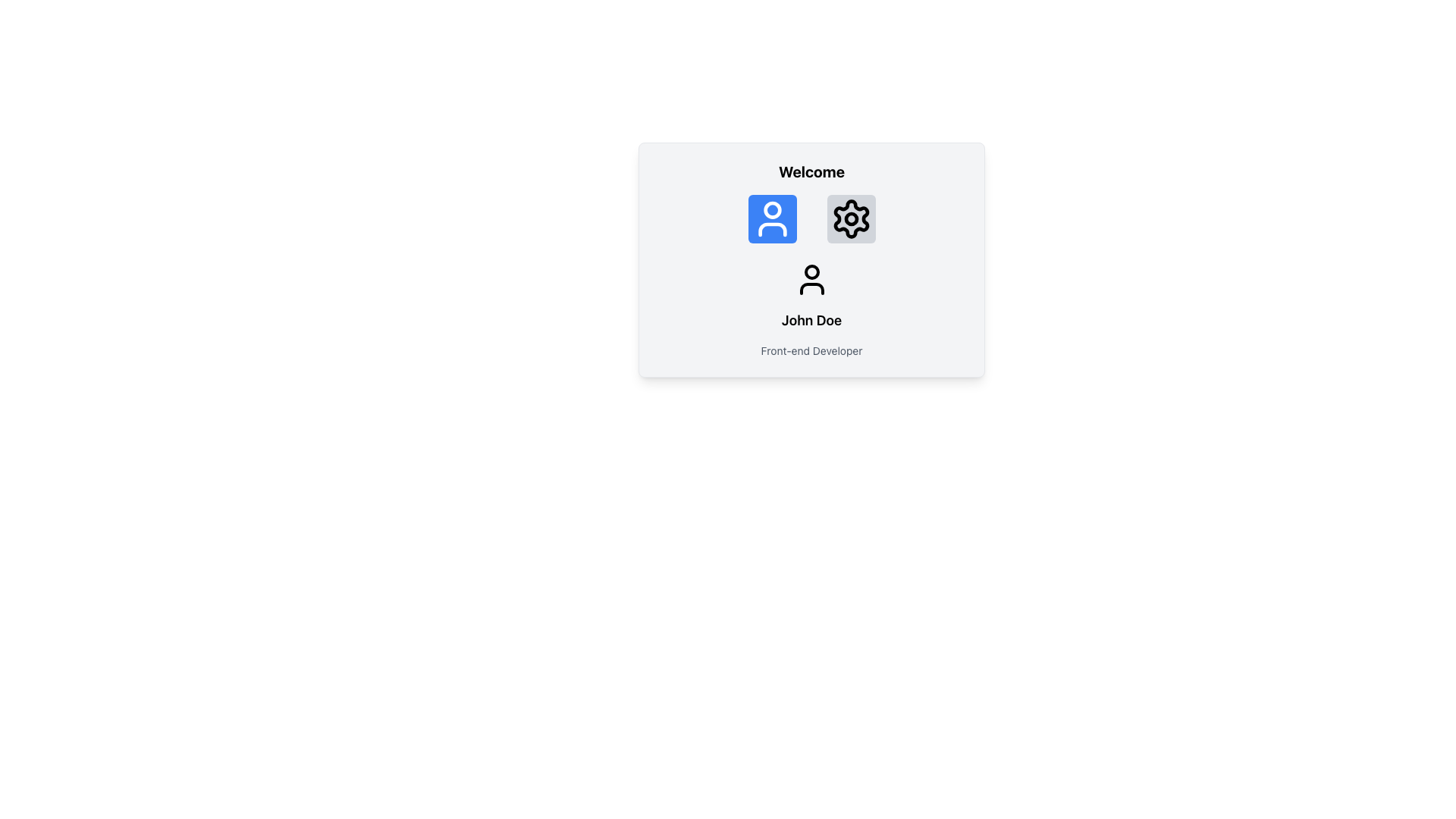 The height and width of the screenshot is (819, 1456). Describe the element at coordinates (811, 280) in the screenshot. I see `the person icon which is visually represented in a black outline style and is located above the text 'John Doe'` at that location.